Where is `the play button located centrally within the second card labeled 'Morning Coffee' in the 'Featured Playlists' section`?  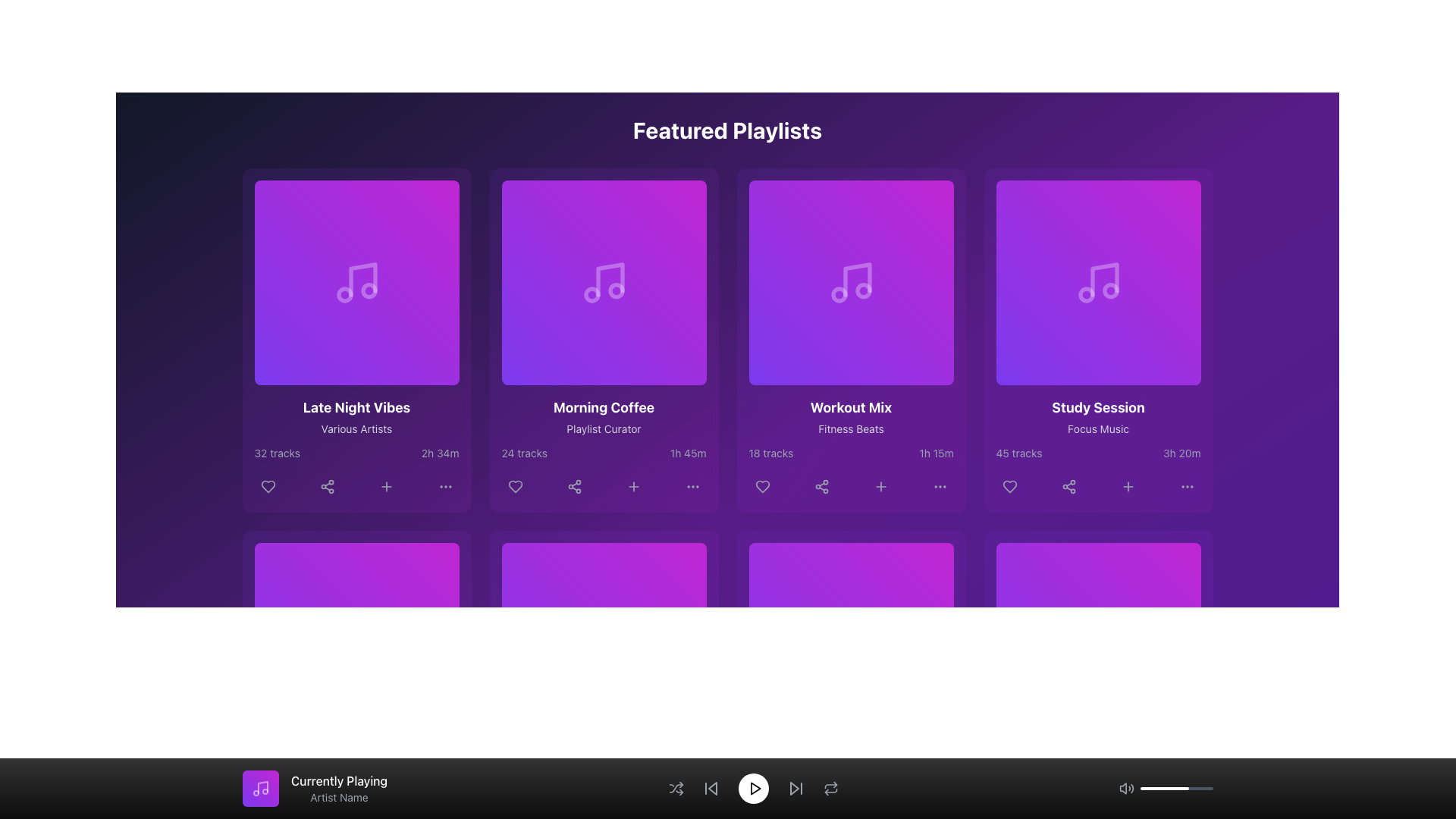
the play button located centrally within the second card labeled 'Morning Coffee' in the 'Featured Playlists' section is located at coordinates (604, 283).